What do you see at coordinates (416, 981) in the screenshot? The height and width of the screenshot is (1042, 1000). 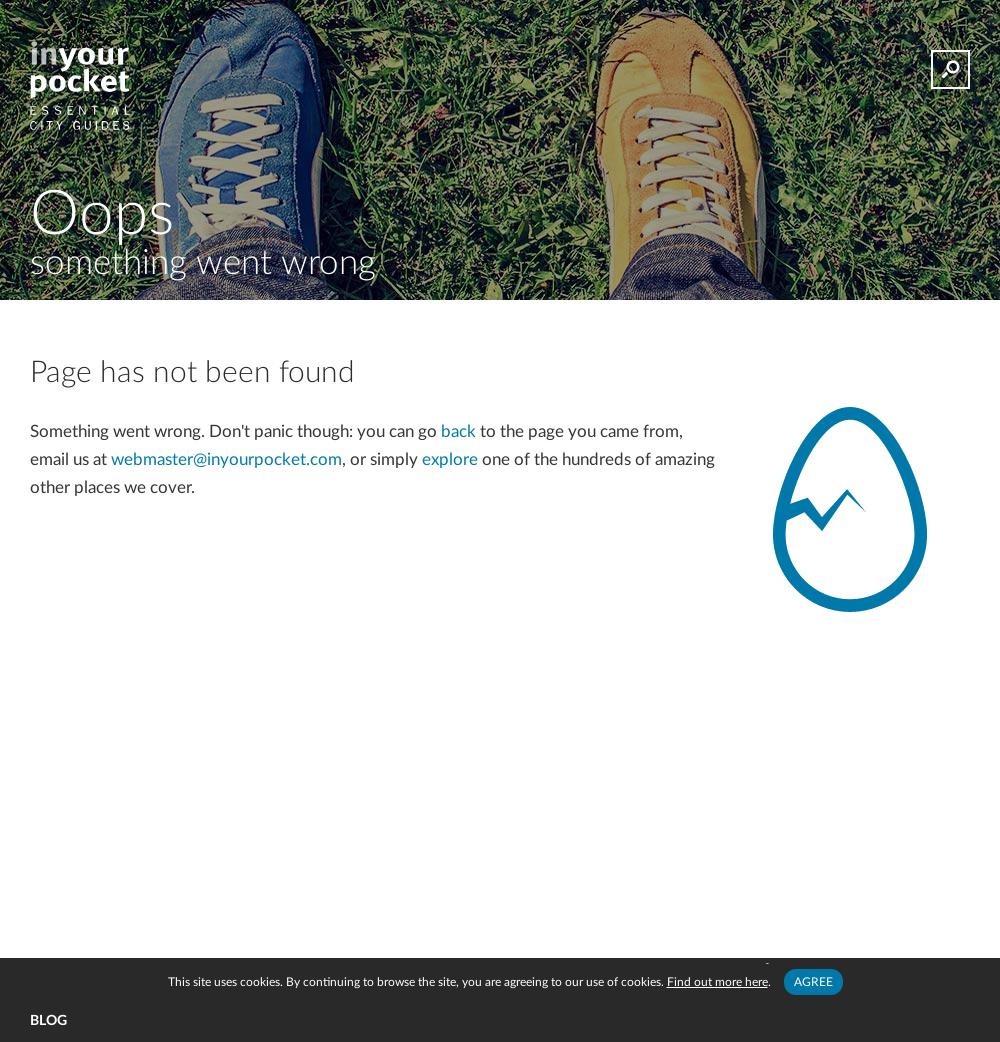 I see `'This site uses cookies. By continuing to browse the site, you are agreeing to our use of cookies.'` at bounding box center [416, 981].